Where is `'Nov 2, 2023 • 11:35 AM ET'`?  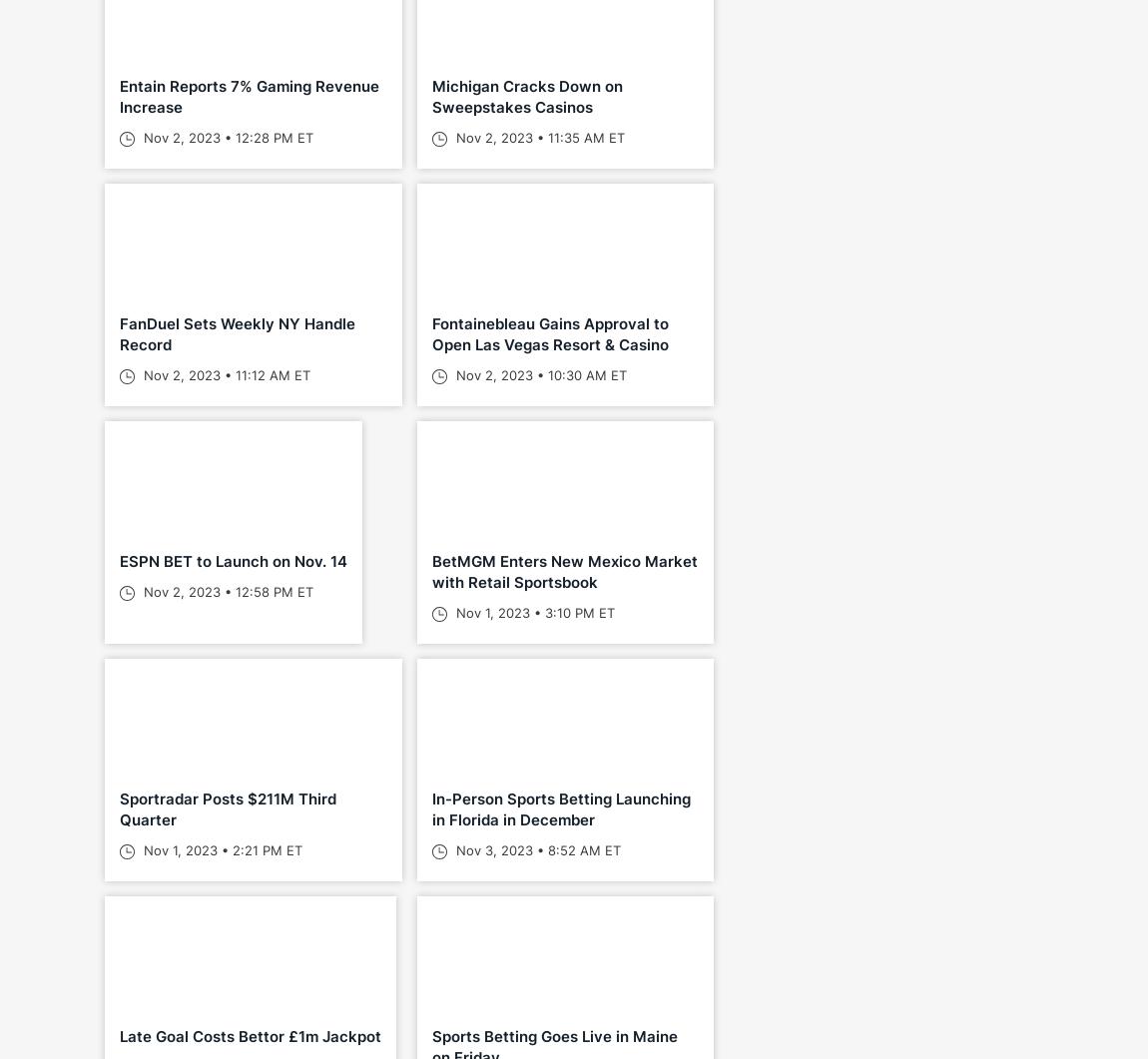 'Nov 2, 2023 • 11:35 AM ET' is located at coordinates (537, 138).